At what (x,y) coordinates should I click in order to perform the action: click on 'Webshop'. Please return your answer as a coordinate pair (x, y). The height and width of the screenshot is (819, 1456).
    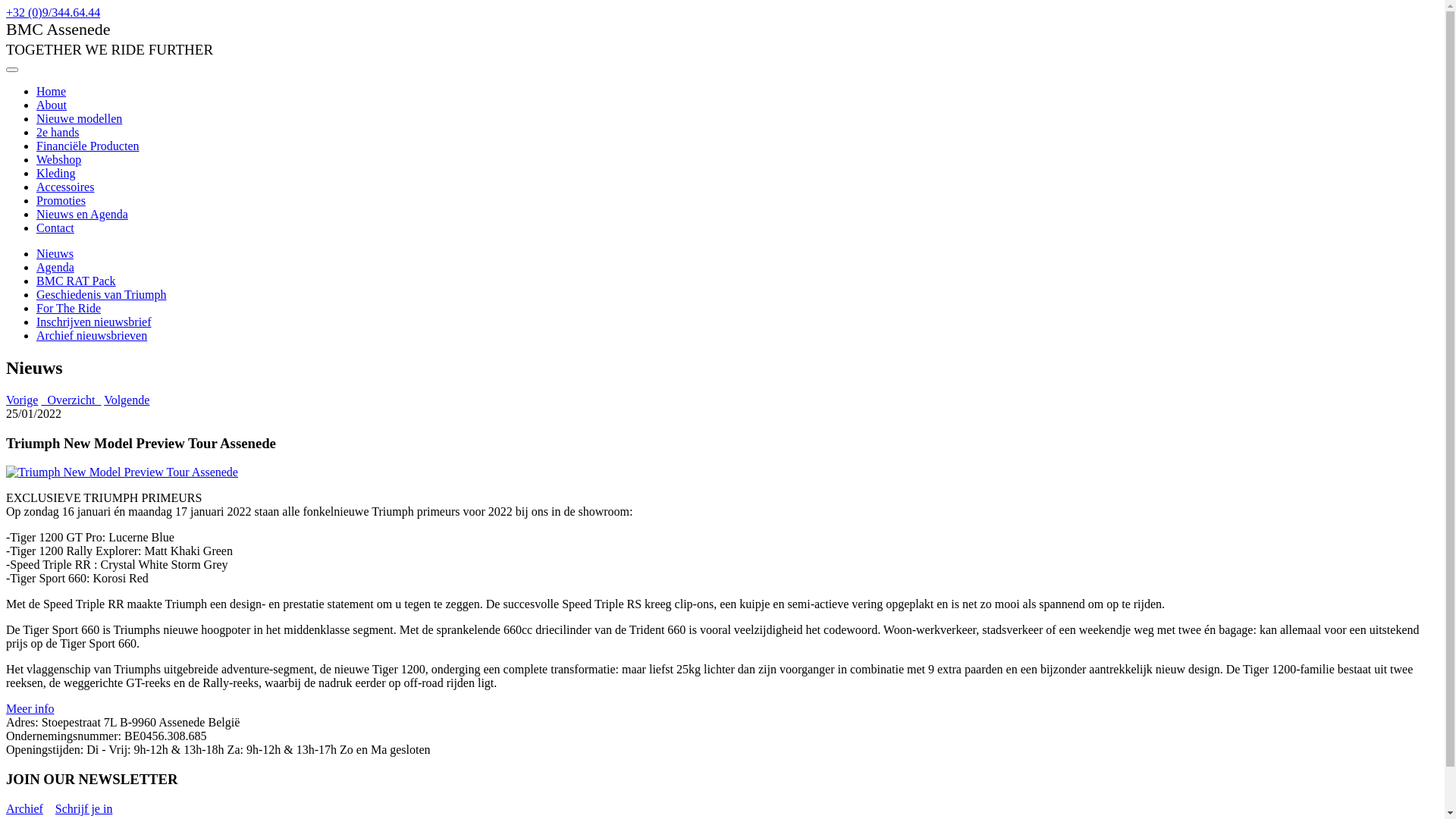
    Looking at the image, I should click on (58, 159).